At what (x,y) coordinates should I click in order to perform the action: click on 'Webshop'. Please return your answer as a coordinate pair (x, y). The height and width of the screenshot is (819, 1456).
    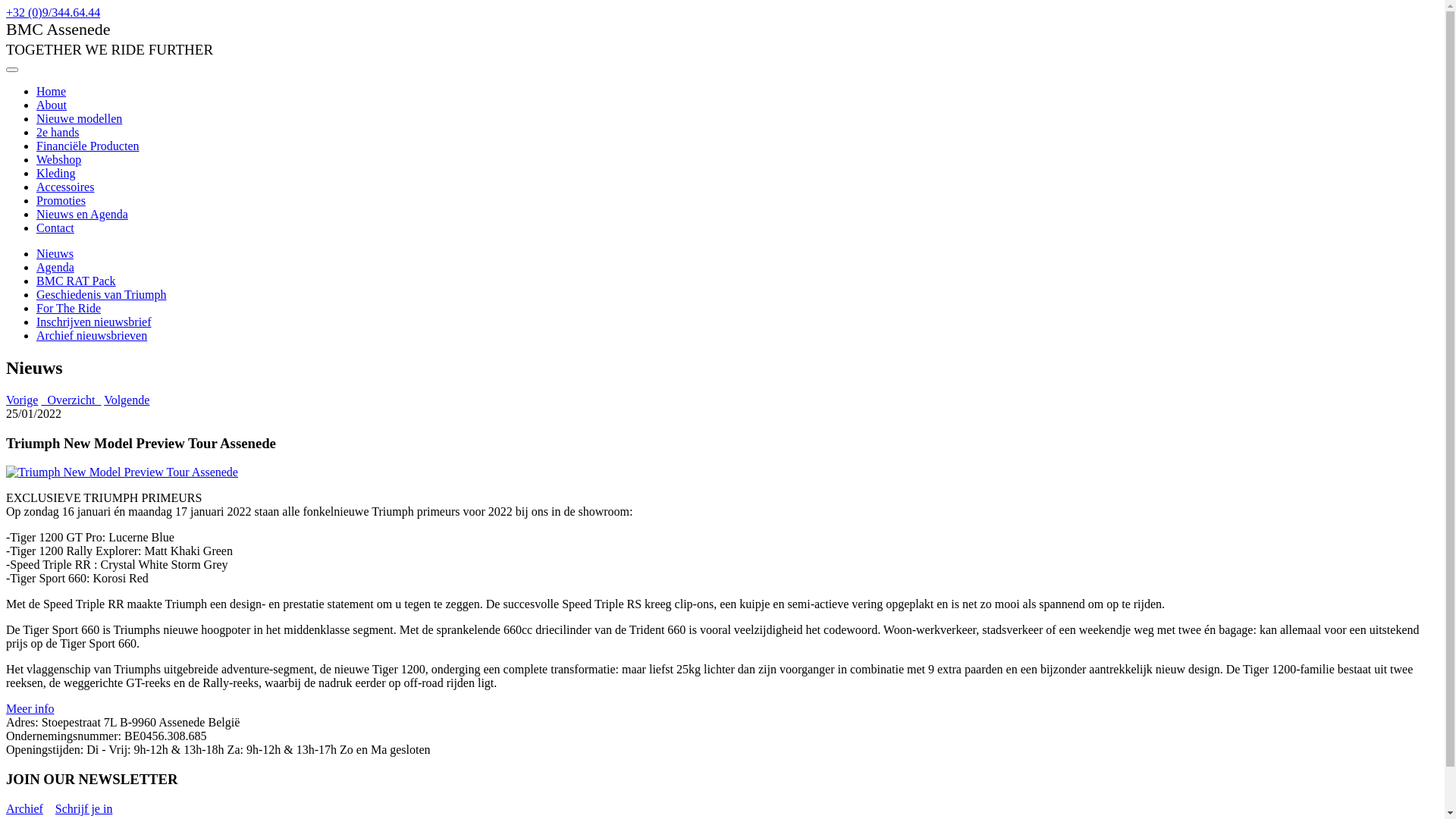
    Looking at the image, I should click on (58, 159).